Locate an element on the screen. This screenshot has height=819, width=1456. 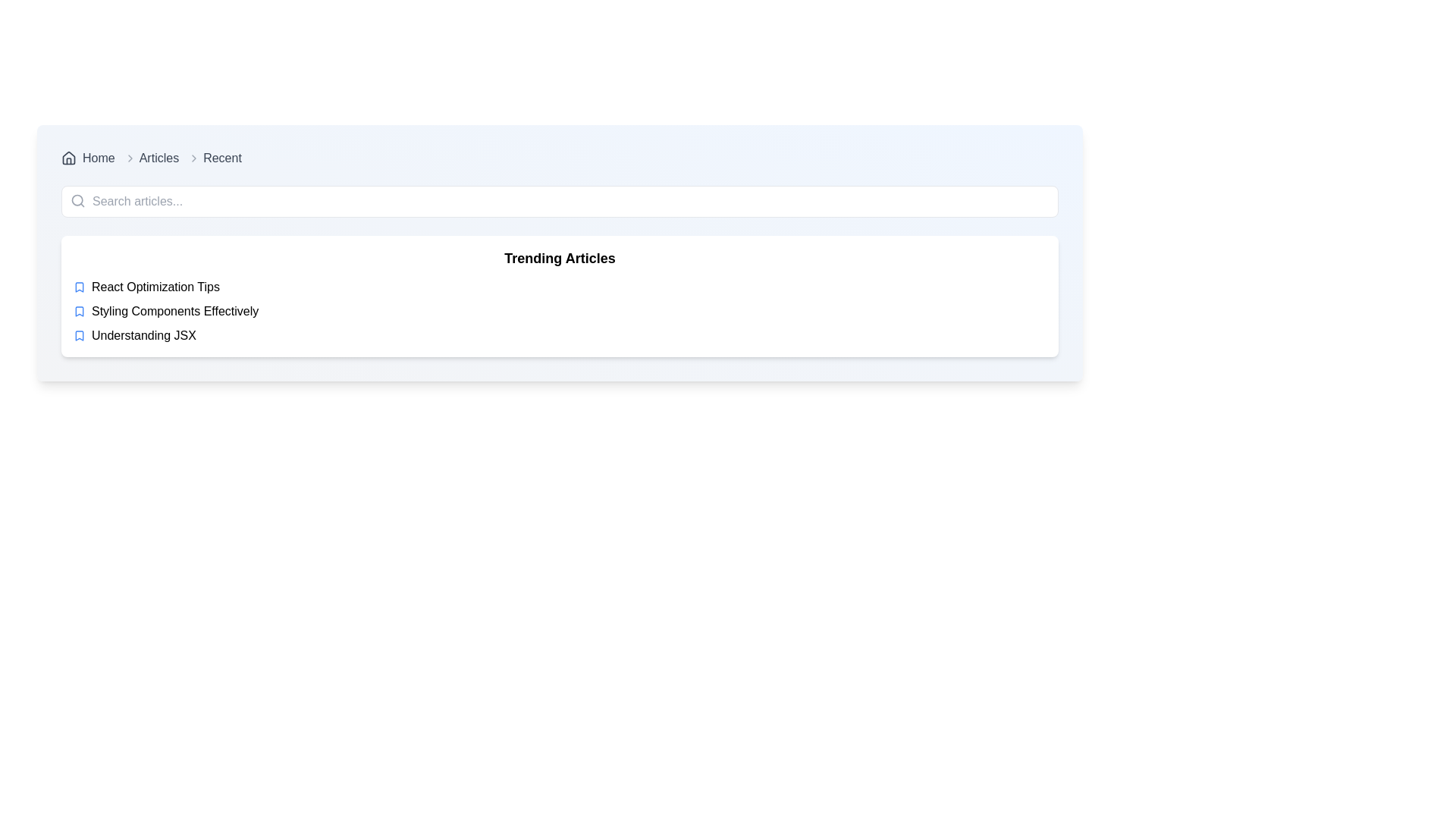
the circular part of the search icon located within the leftmost portion of the search bar component is located at coordinates (77, 199).